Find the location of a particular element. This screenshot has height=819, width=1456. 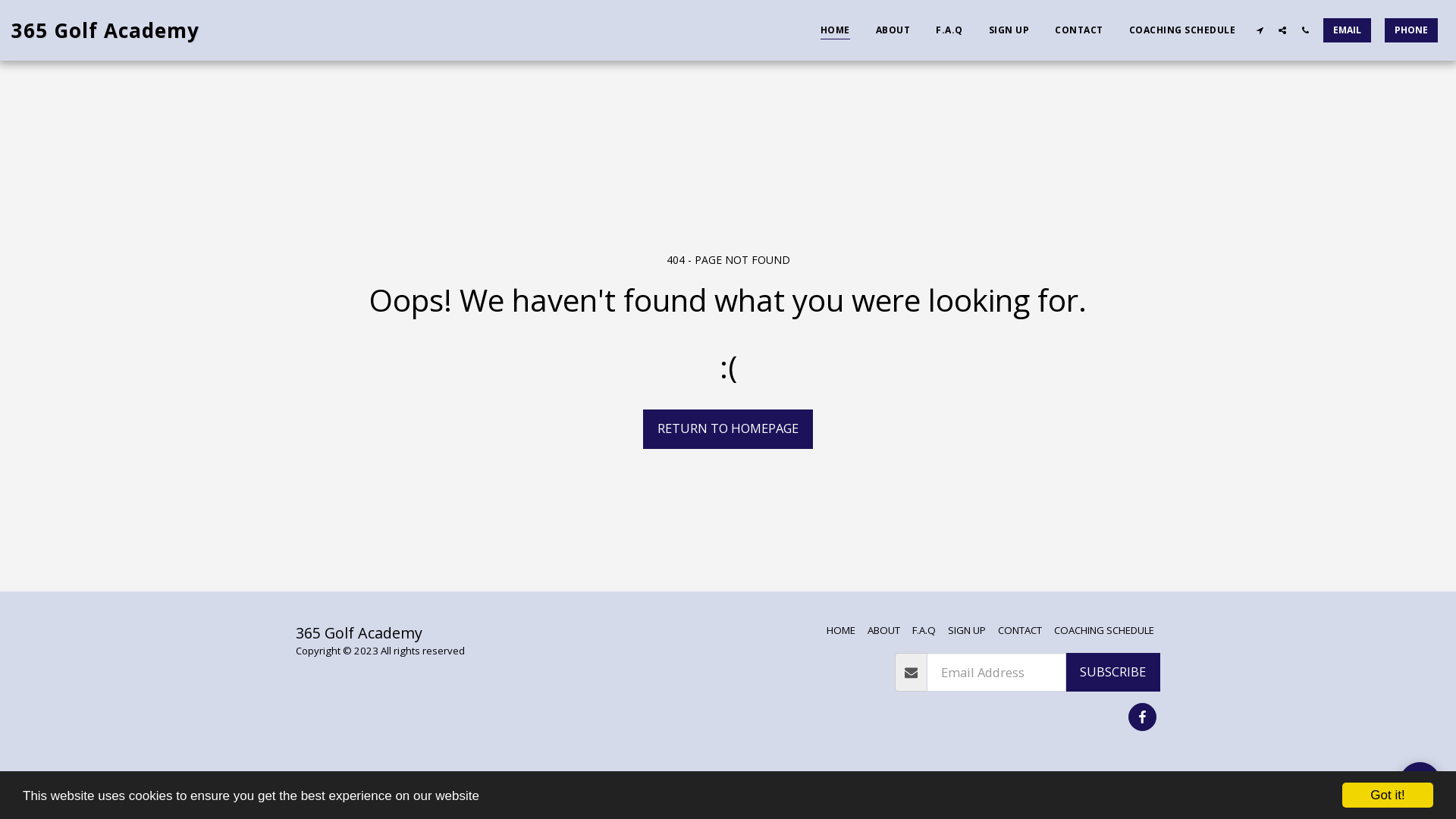

'SUBSCRIBE' is located at coordinates (1065, 672).